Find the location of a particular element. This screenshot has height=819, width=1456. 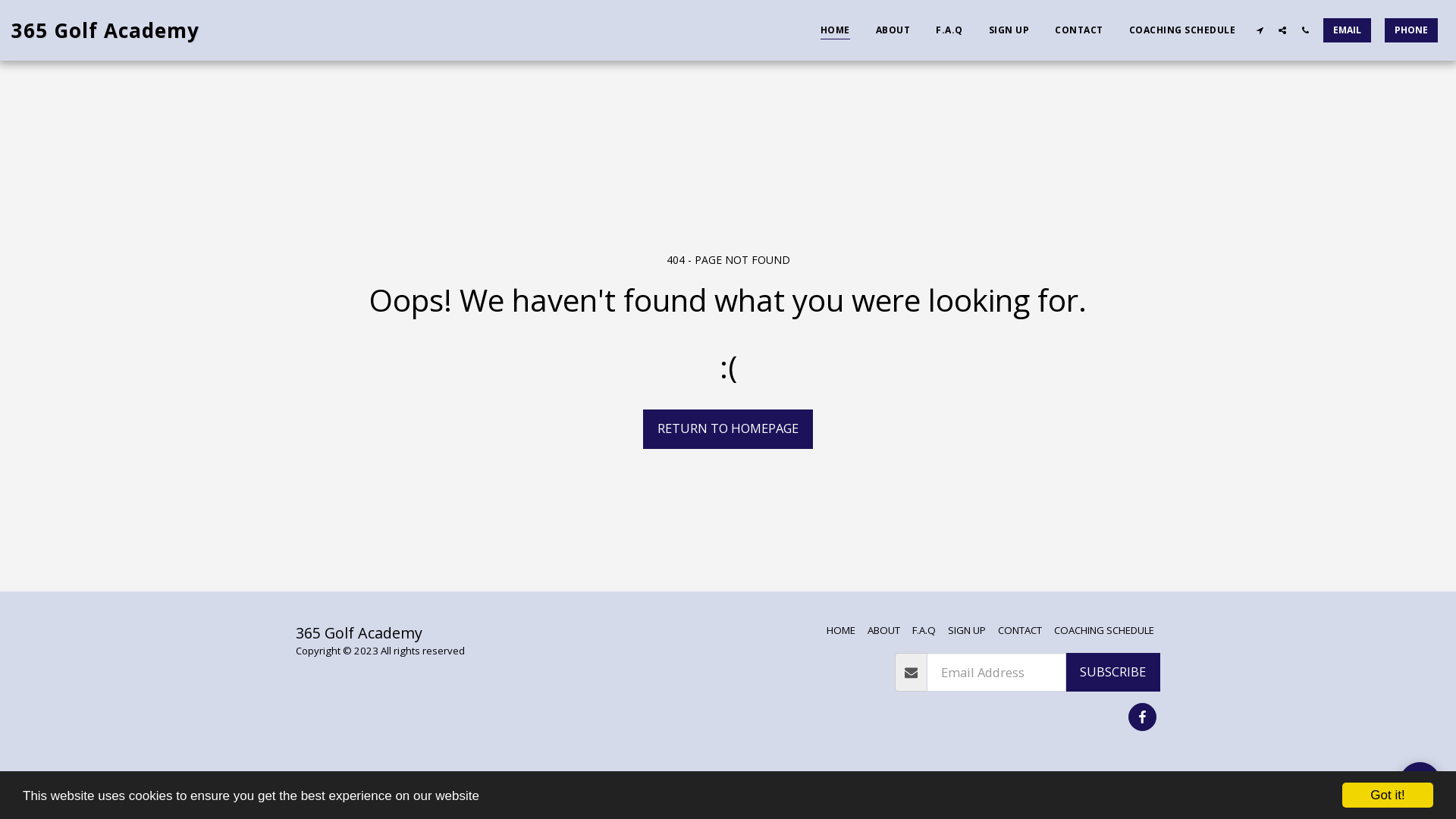

'SUBSCRIBE' is located at coordinates (1065, 672).